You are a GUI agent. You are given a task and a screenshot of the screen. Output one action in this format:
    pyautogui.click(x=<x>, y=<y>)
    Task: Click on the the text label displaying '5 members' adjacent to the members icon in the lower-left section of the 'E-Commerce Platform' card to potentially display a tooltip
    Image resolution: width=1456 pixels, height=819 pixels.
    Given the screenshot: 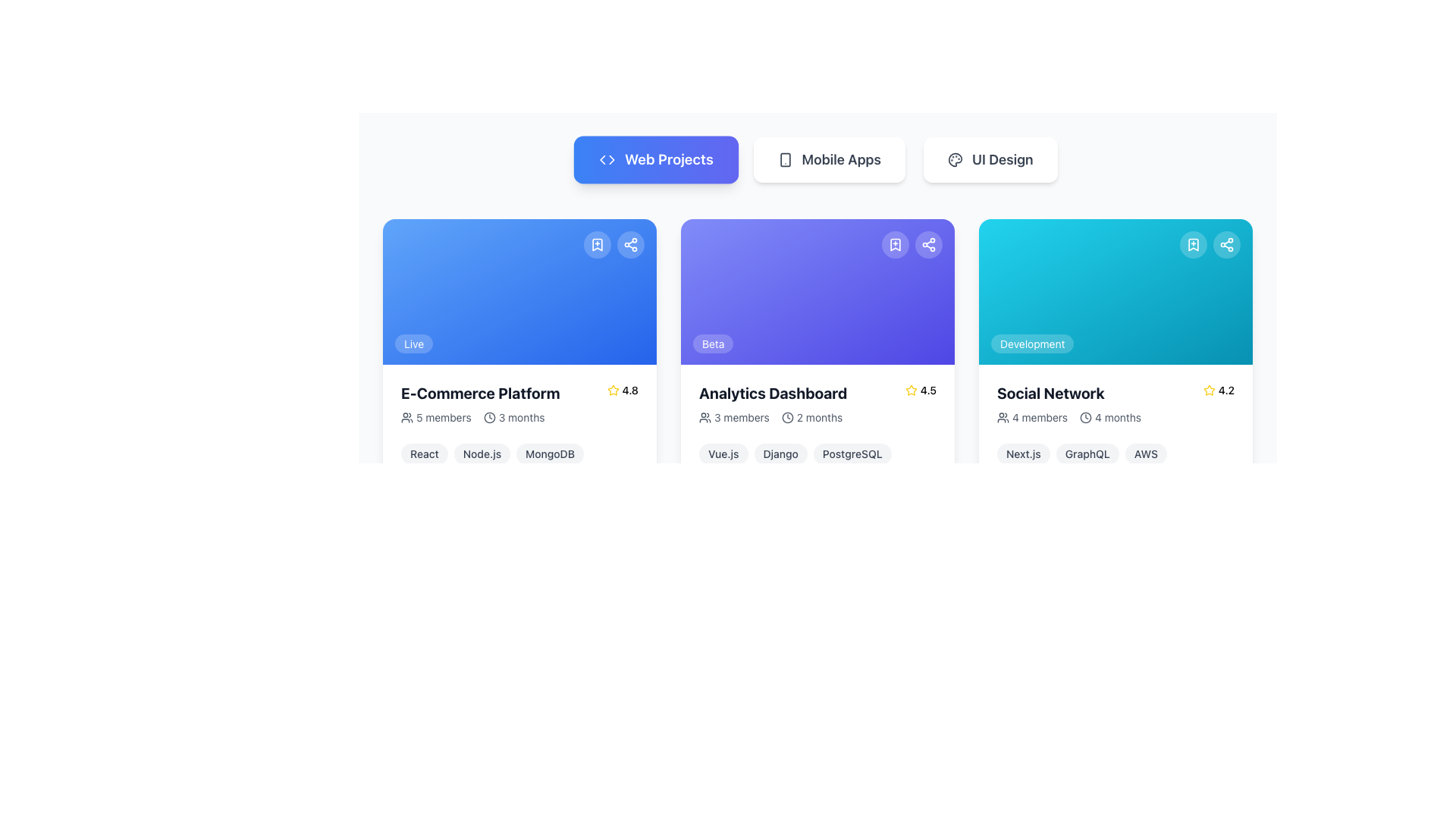 What is the action you would take?
    pyautogui.click(x=443, y=418)
    